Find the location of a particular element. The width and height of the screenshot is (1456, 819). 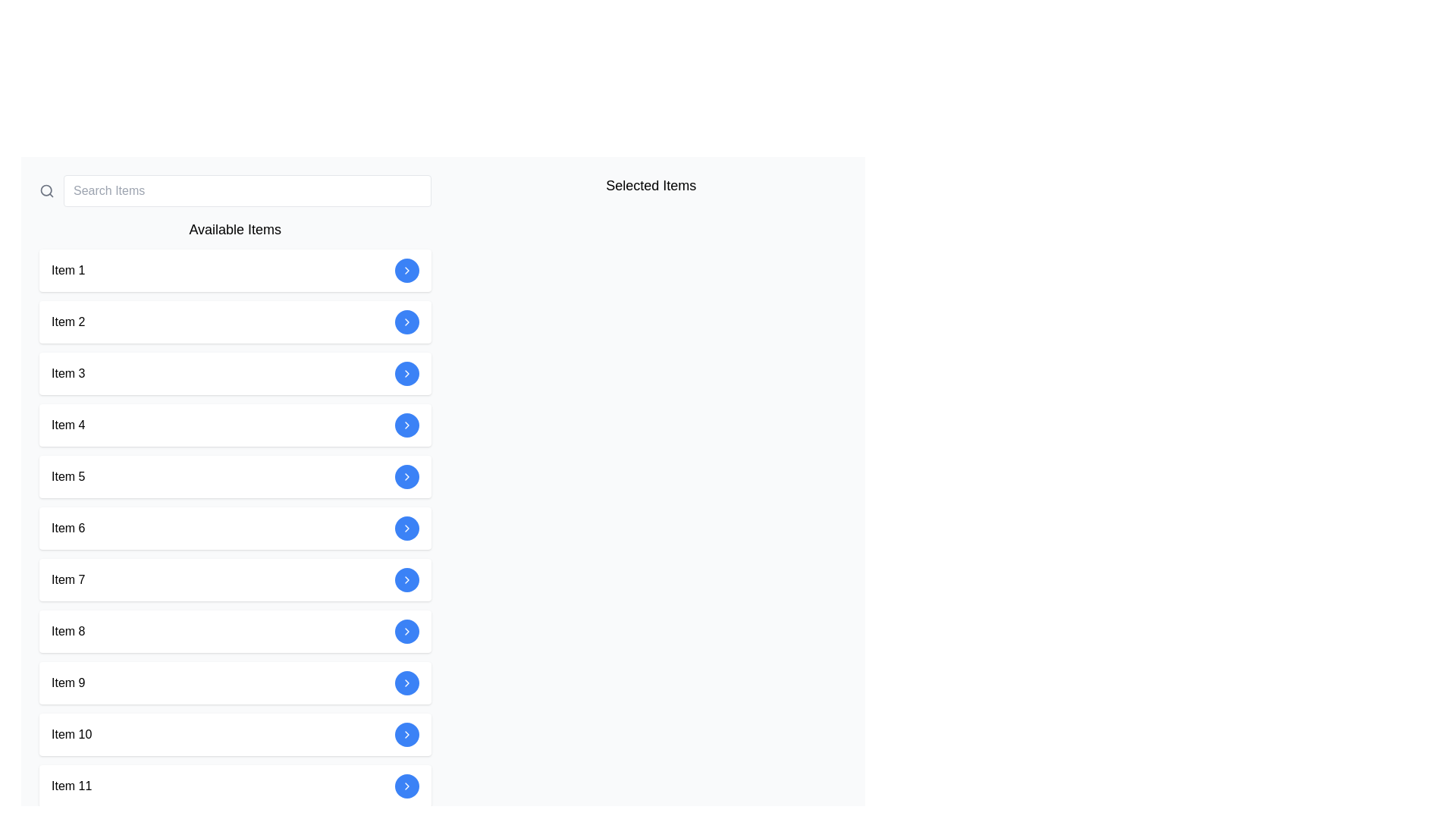

the right-pointing chevron icon inside the circular blue button, which serves as the navigation indicator for the 'Item 4' list entry is located at coordinates (406, 425).